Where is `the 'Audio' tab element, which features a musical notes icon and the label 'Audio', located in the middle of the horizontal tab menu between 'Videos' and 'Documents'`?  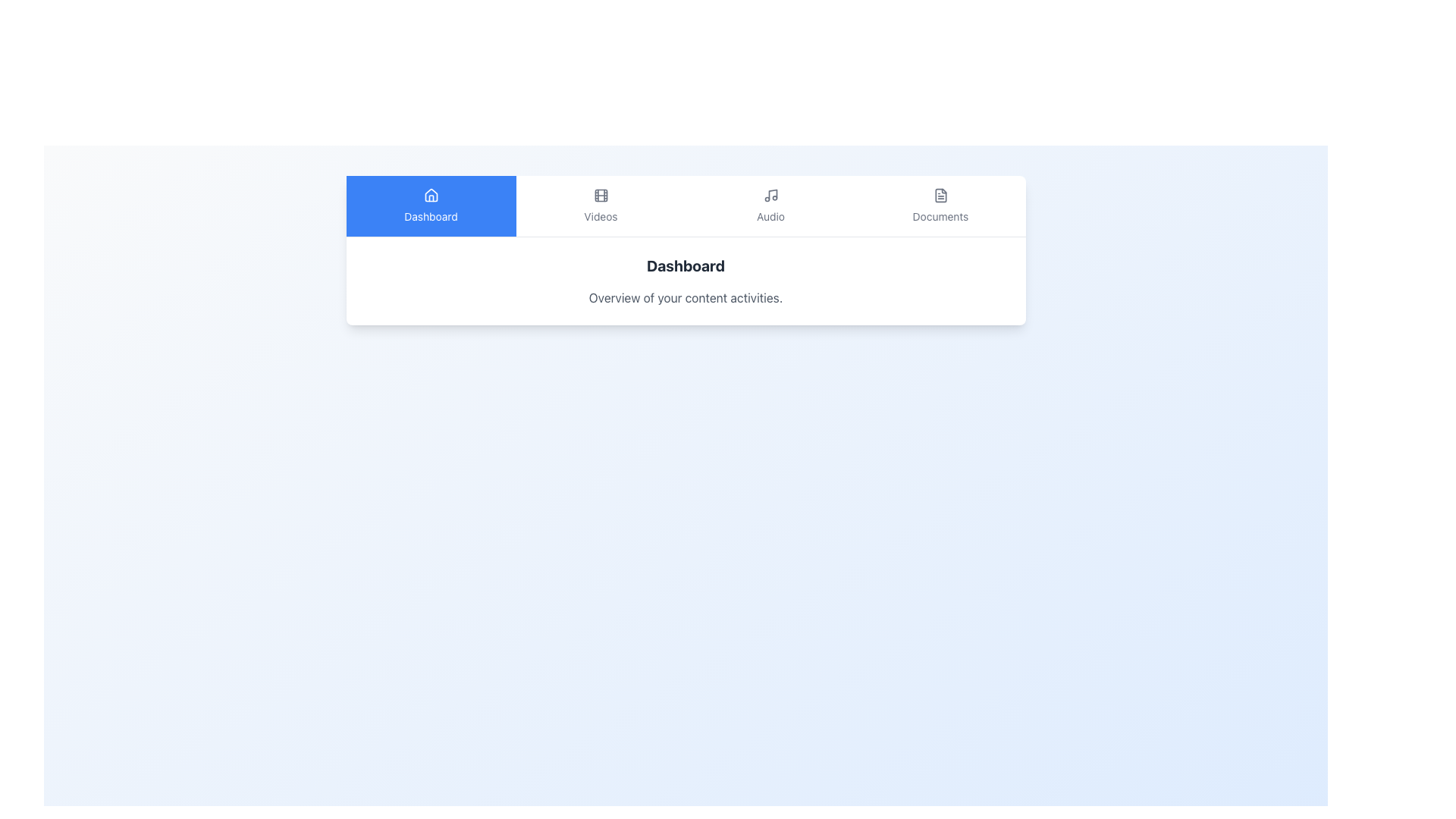
the 'Audio' tab element, which features a musical notes icon and the label 'Audio', located in the middle of the horizontal tab menu between 'Videos' and 'Documents' is located at coordinates (770, 206).